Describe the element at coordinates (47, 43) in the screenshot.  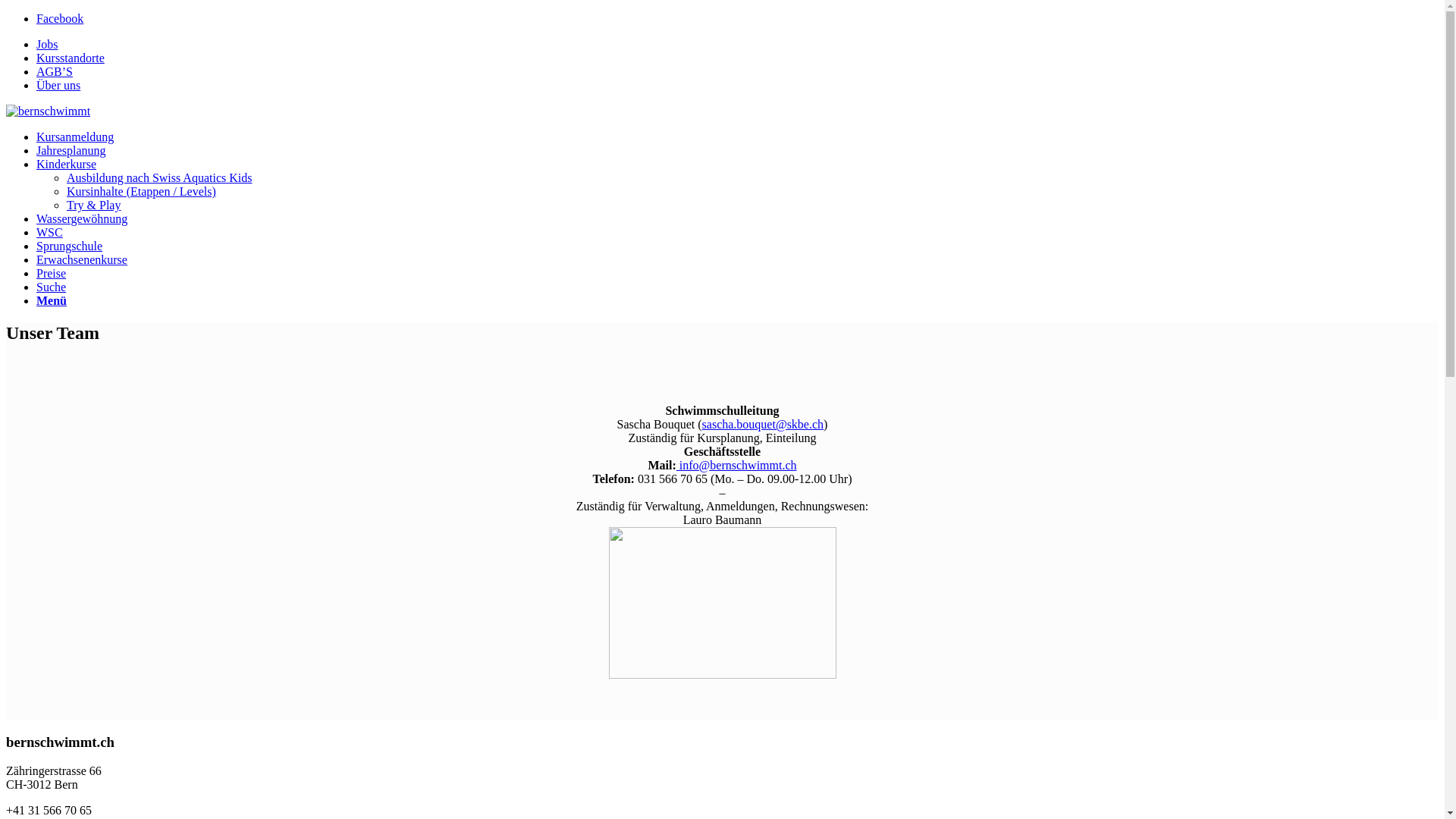
I see `'Jobs'` at that location.